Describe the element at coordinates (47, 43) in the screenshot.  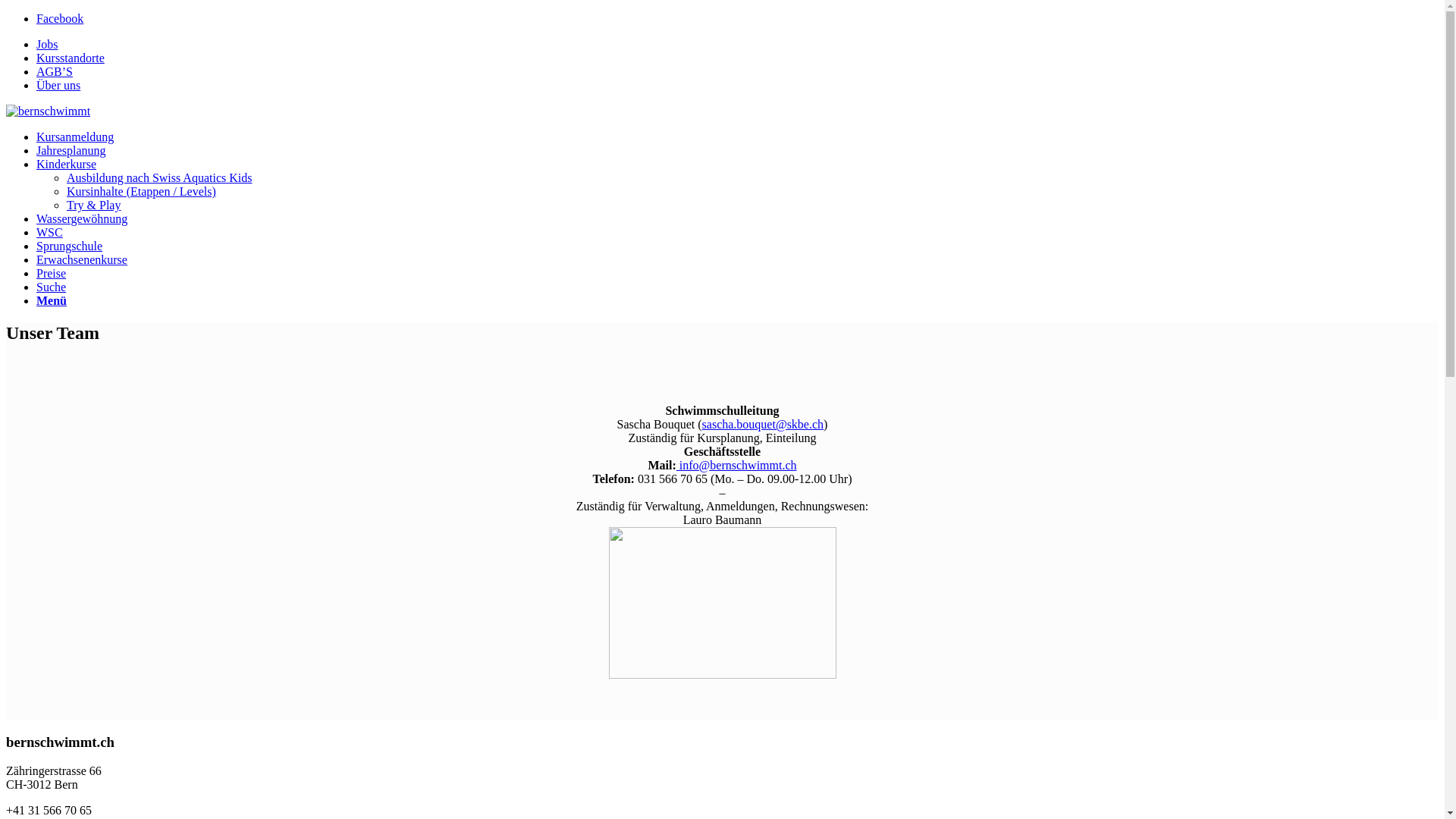
I see `'Jobs'` at that location.